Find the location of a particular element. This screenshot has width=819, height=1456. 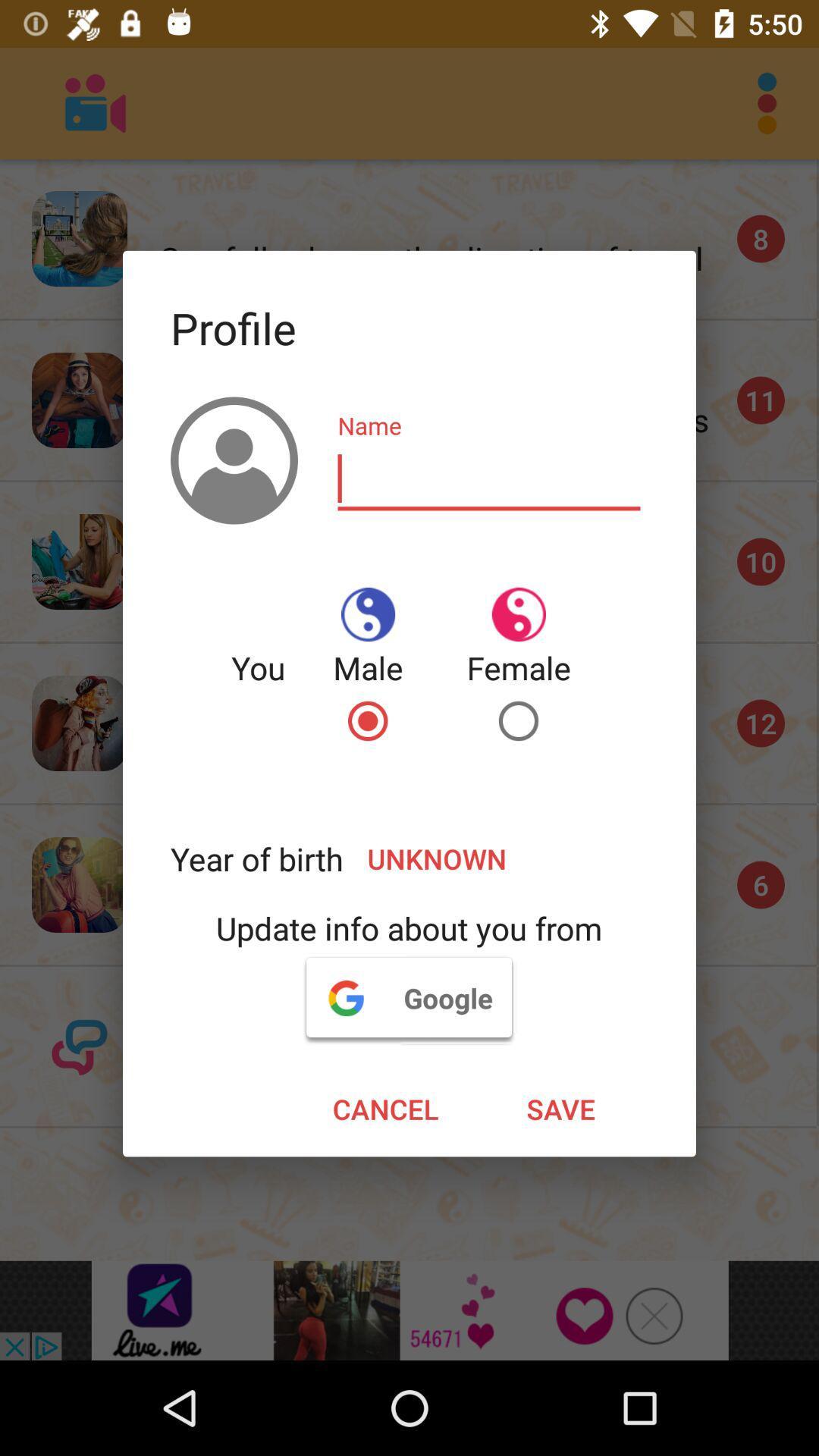

the save is located at coordinates (560, 1109).